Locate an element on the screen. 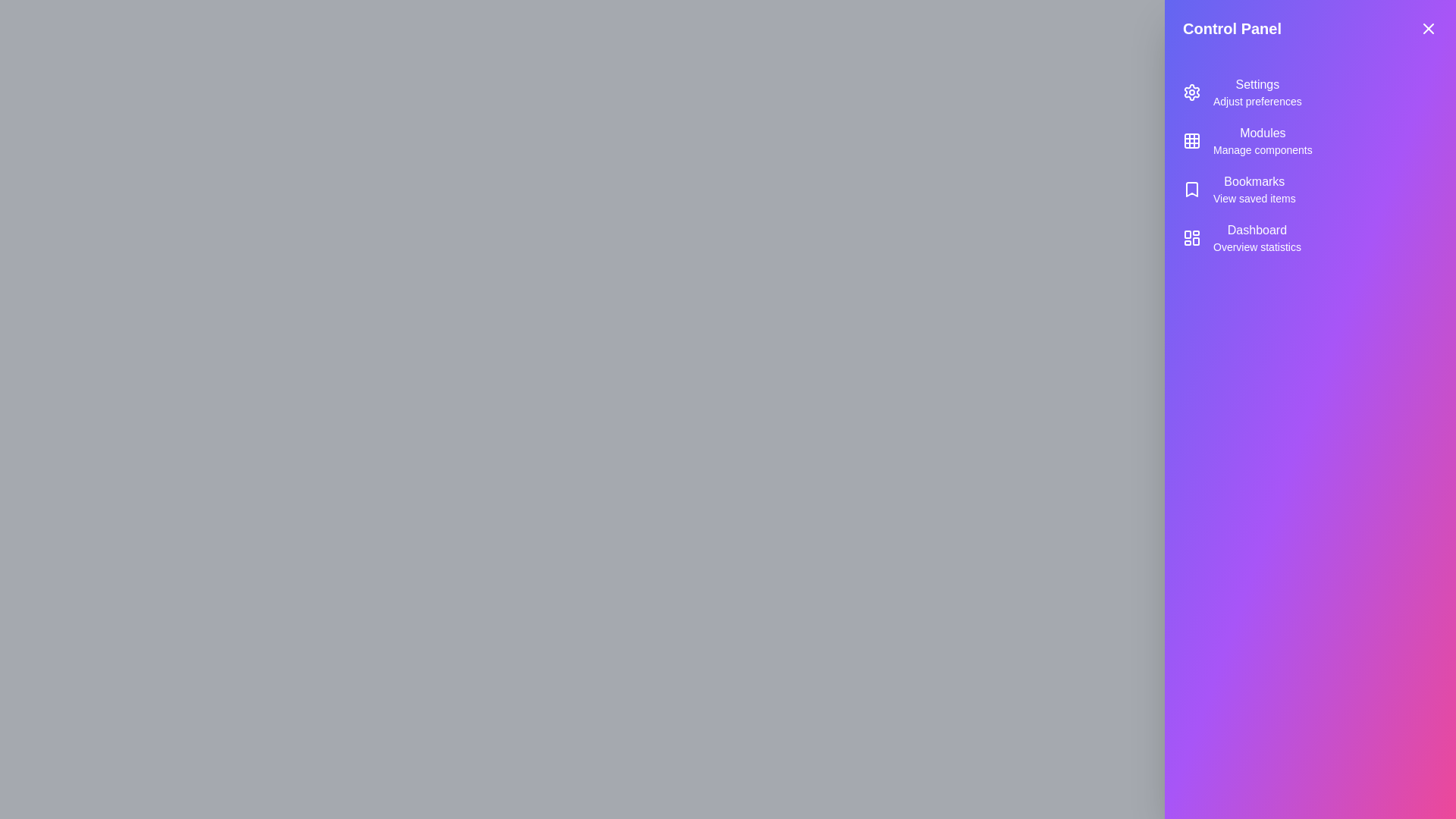 The image size is (1456, 819). the 'Modules' text label, which is a prominent medium-sized bold white font label located in the right side panel of the 'Control Panel', positioned between 'Settings' and 'Bookmarks' is located at coordinates (1263, 133).